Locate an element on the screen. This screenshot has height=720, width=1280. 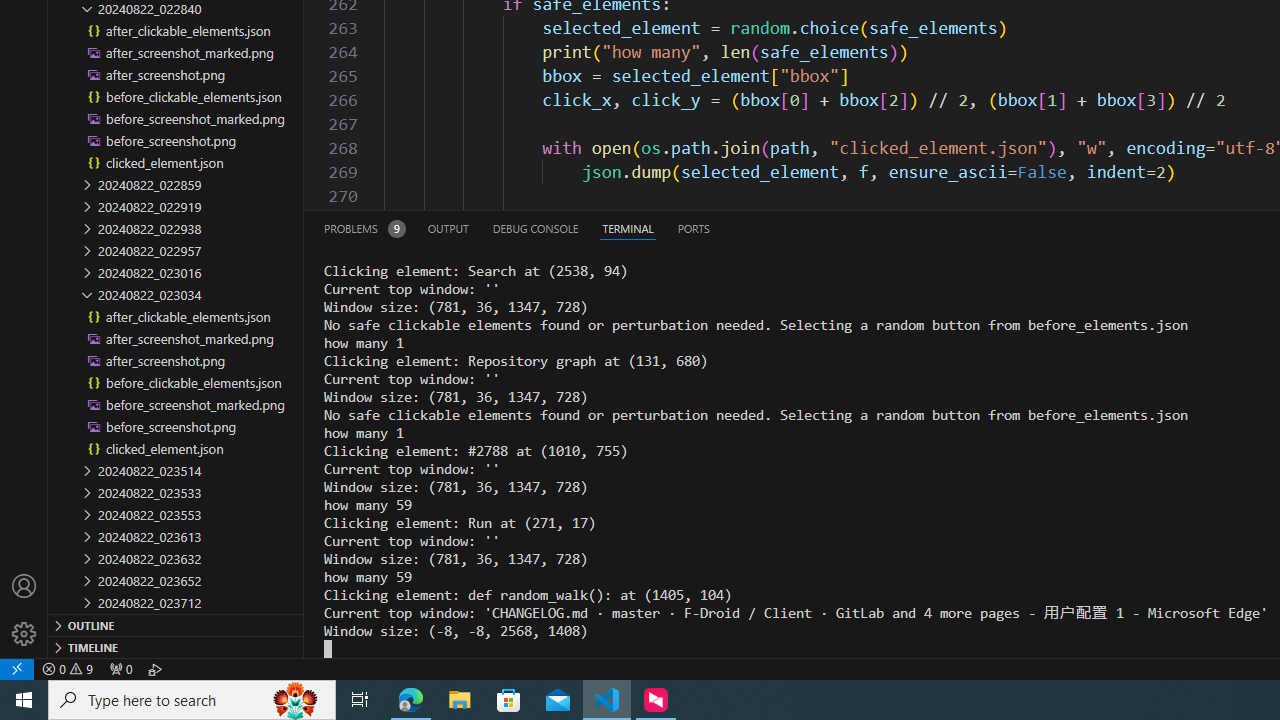
'Warnings: 9' is located at coordinates (67, 668).